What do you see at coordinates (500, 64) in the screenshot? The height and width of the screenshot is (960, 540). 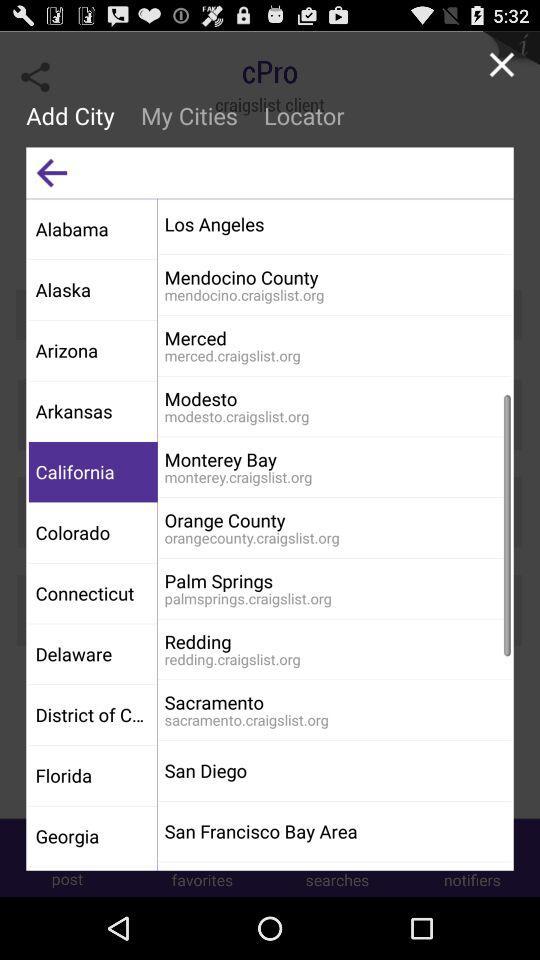 I see `out of options` at bounding box center [500, 64].